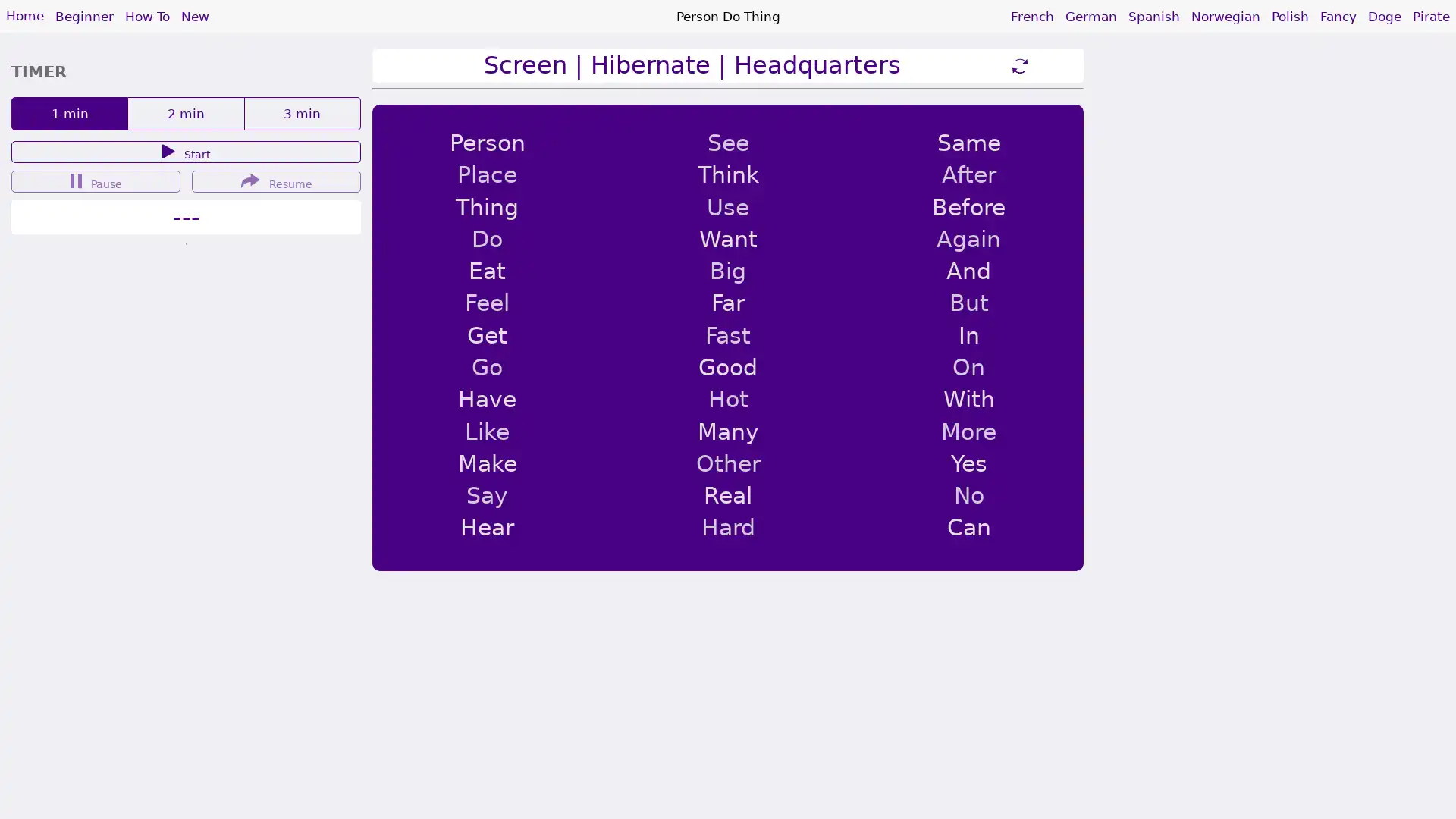 The height and width of the screenshot is (819, 1456). What do you see at coordinates (95, 180) in the screenshot?
I see `pause_fill   Pause` at bounding box center [95, 180].